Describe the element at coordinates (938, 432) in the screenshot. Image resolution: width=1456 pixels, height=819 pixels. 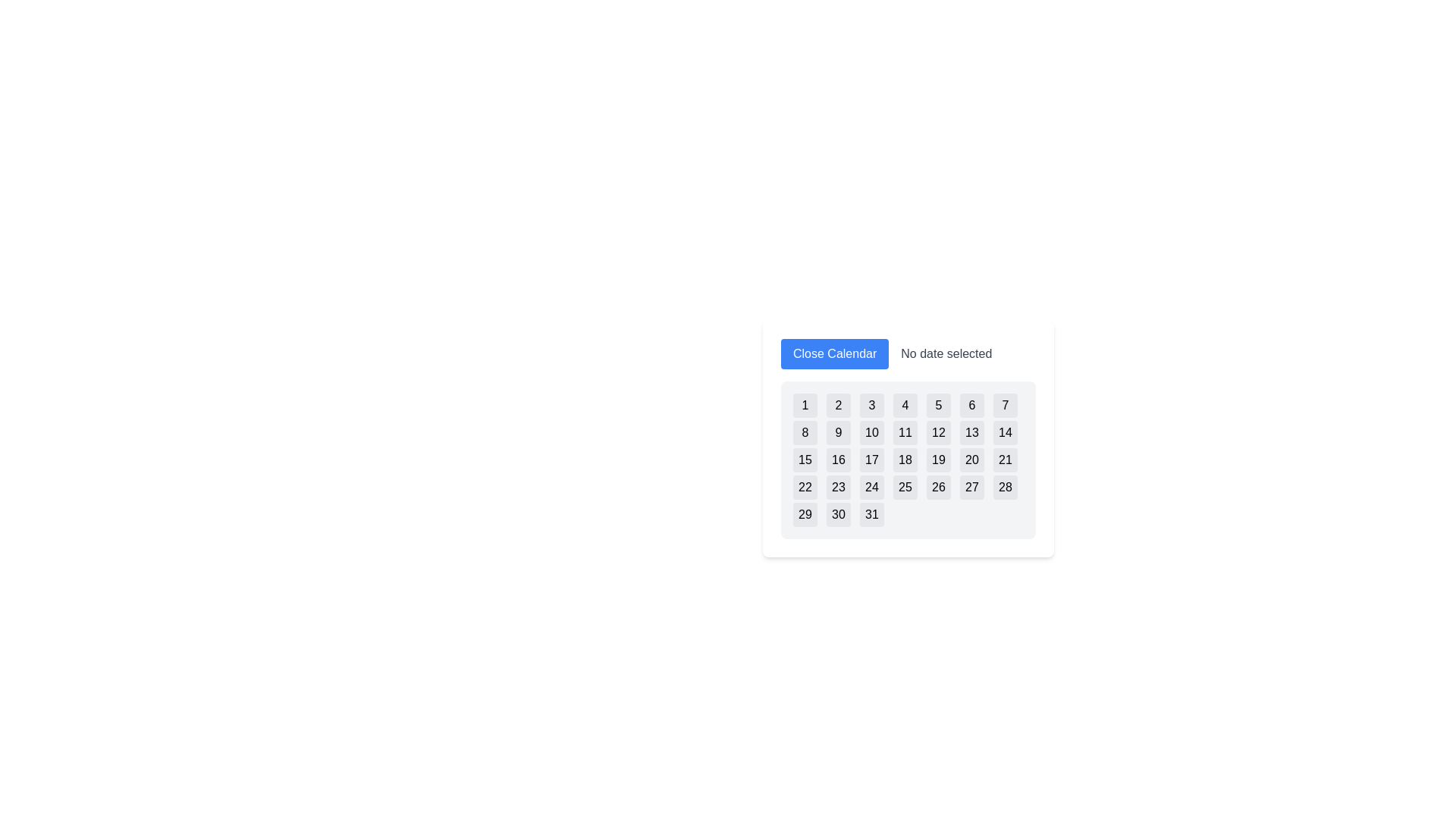
I see `the button labeled '12' in the calendar grid` at that location.